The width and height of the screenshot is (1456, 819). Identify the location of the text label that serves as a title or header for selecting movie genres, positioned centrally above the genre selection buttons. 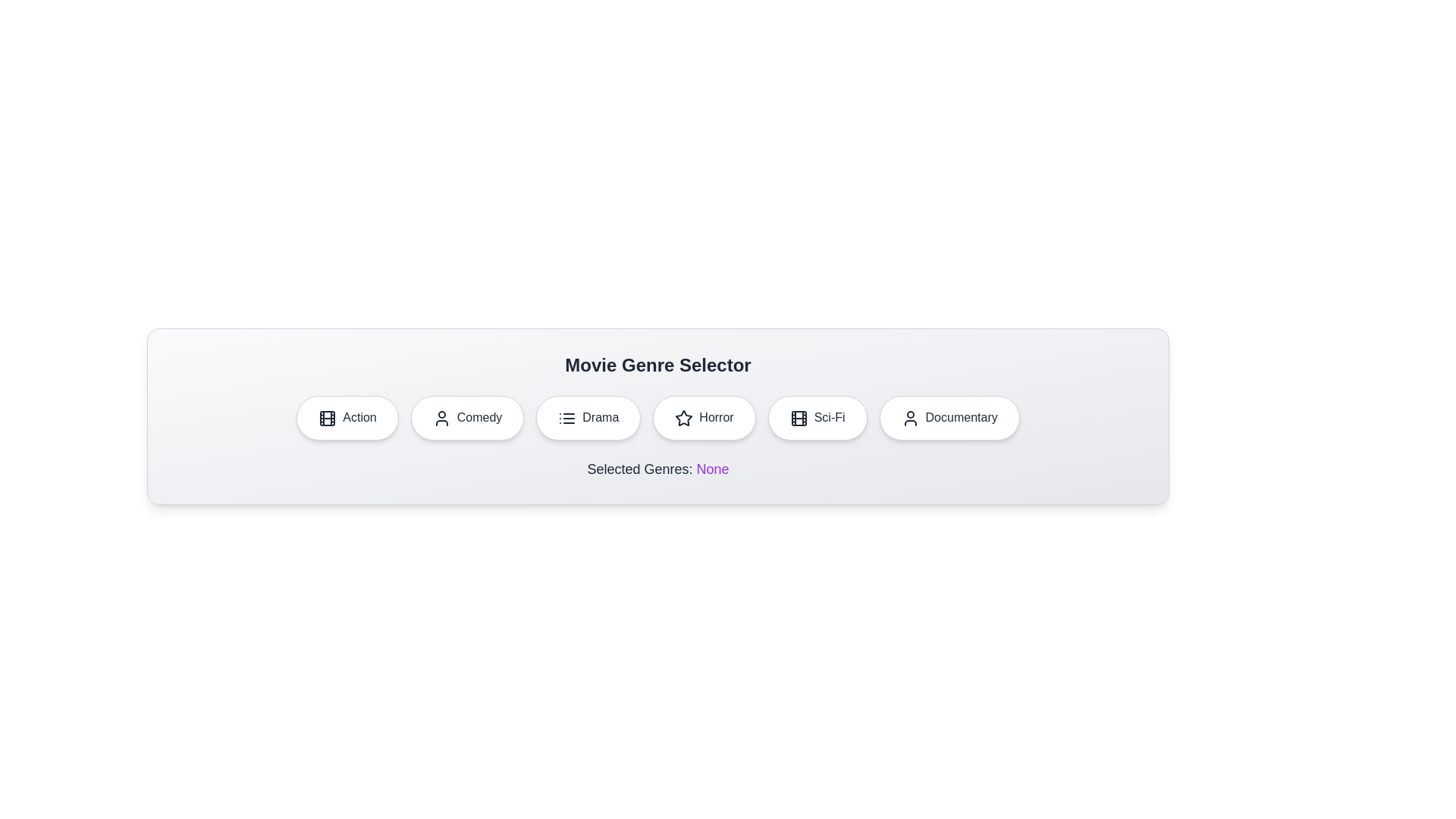
(658, 366).